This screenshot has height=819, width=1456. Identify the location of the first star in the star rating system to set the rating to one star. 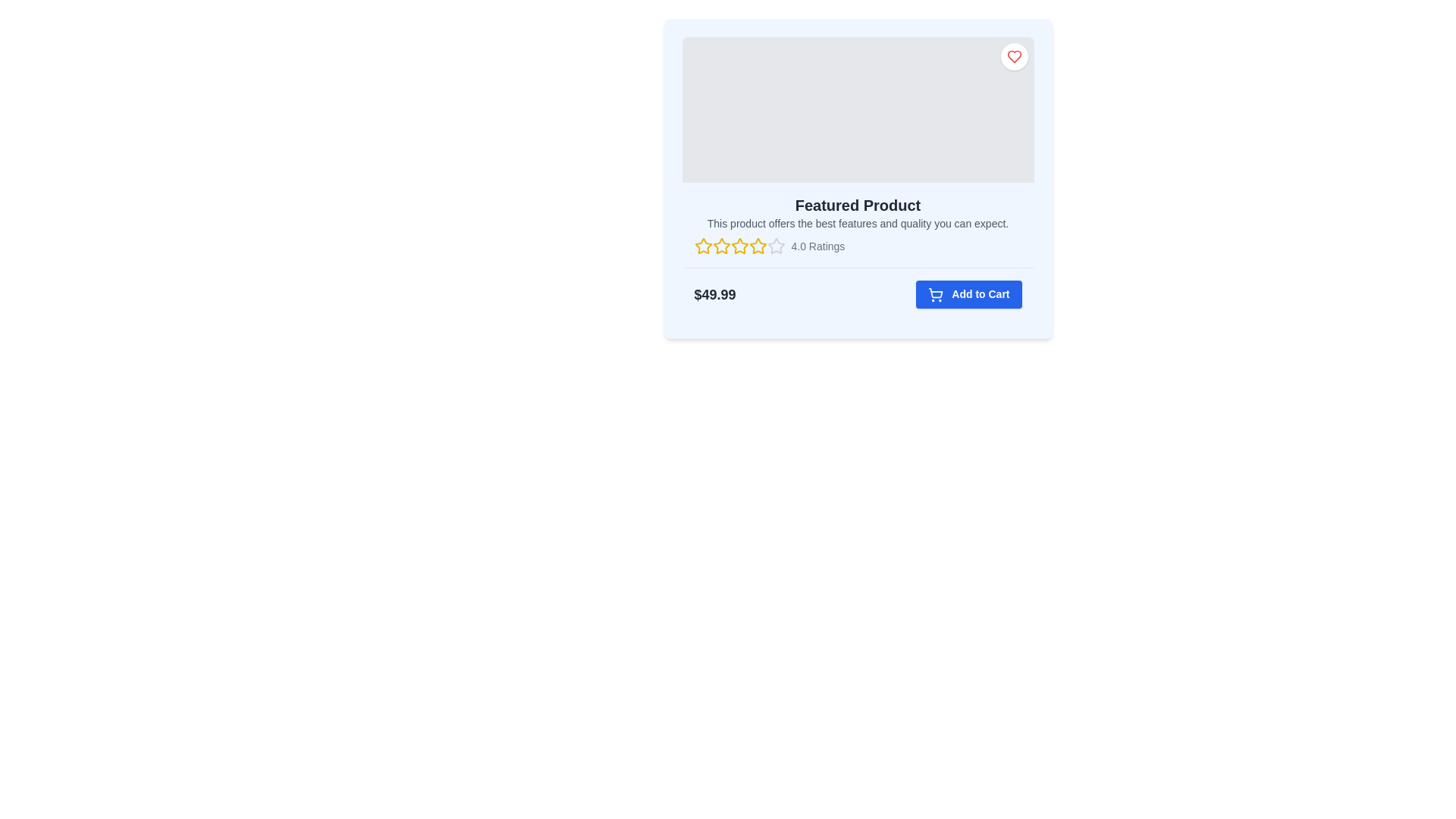
(702, 245).